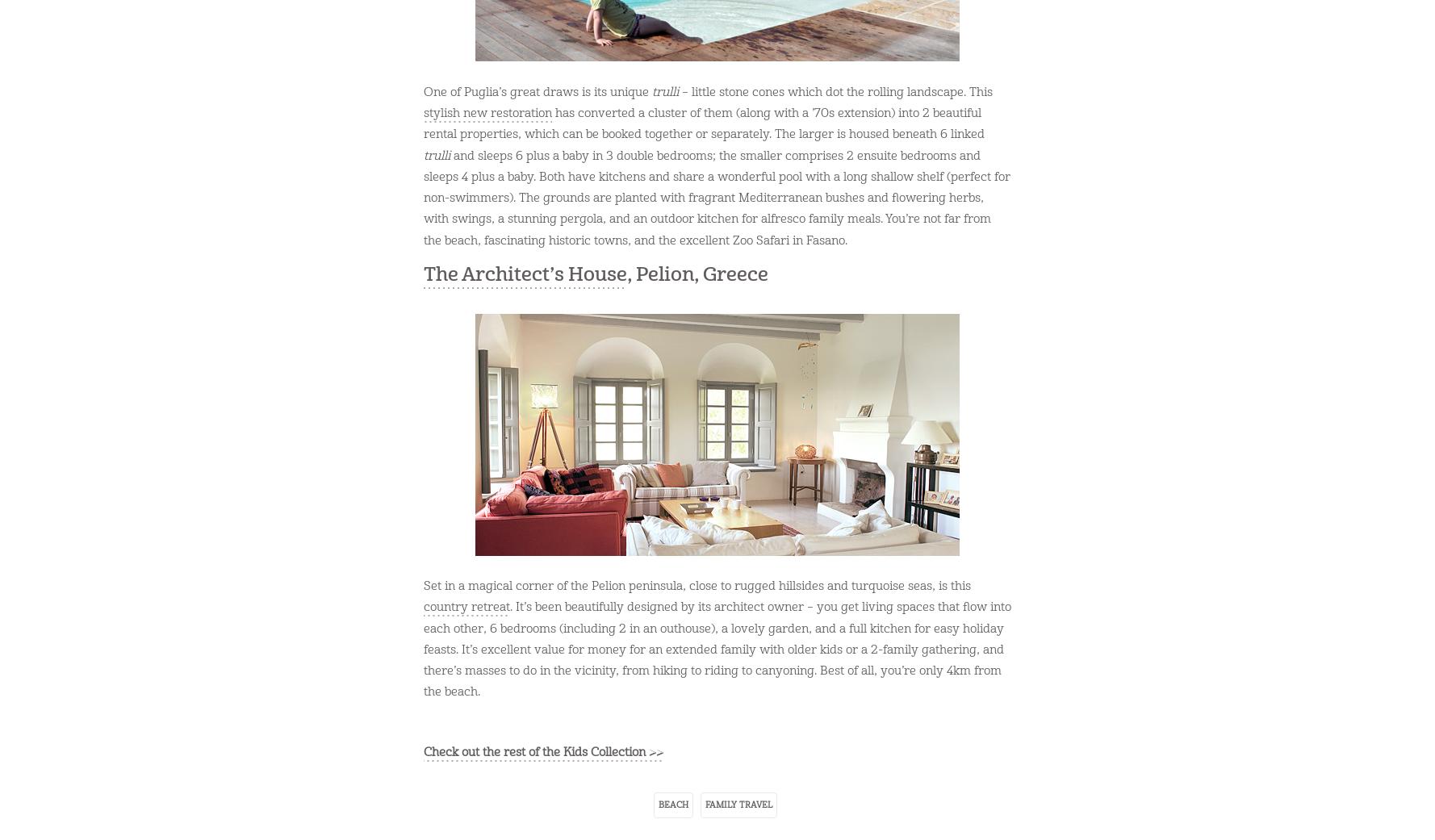  What do you see at coordinates (525, 274) in the screenshot?
I see `'The Architect’s House'` at bounding box center [525, 274].